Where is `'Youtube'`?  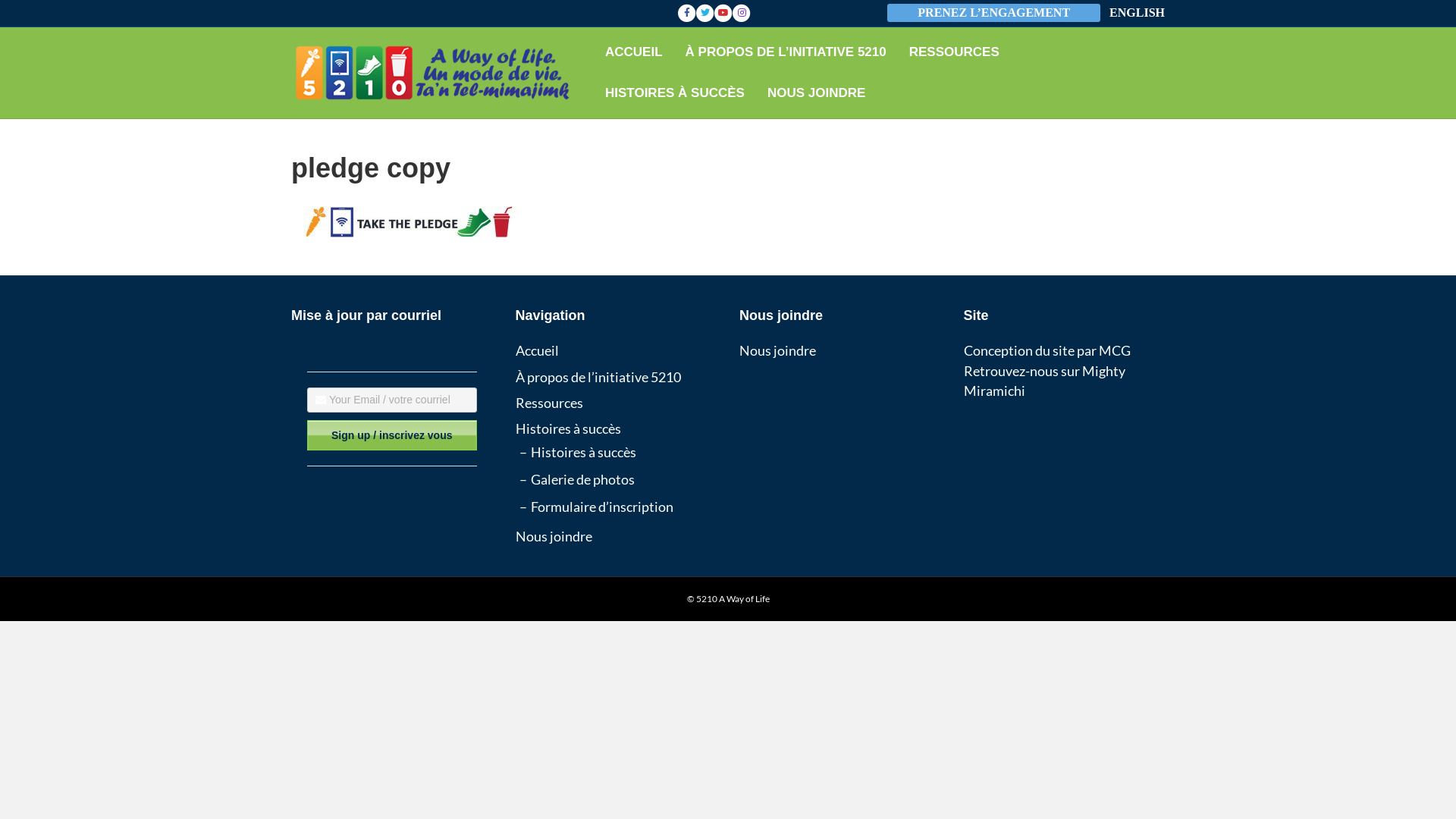
'Youtube' is located at coordinates (713, 12).